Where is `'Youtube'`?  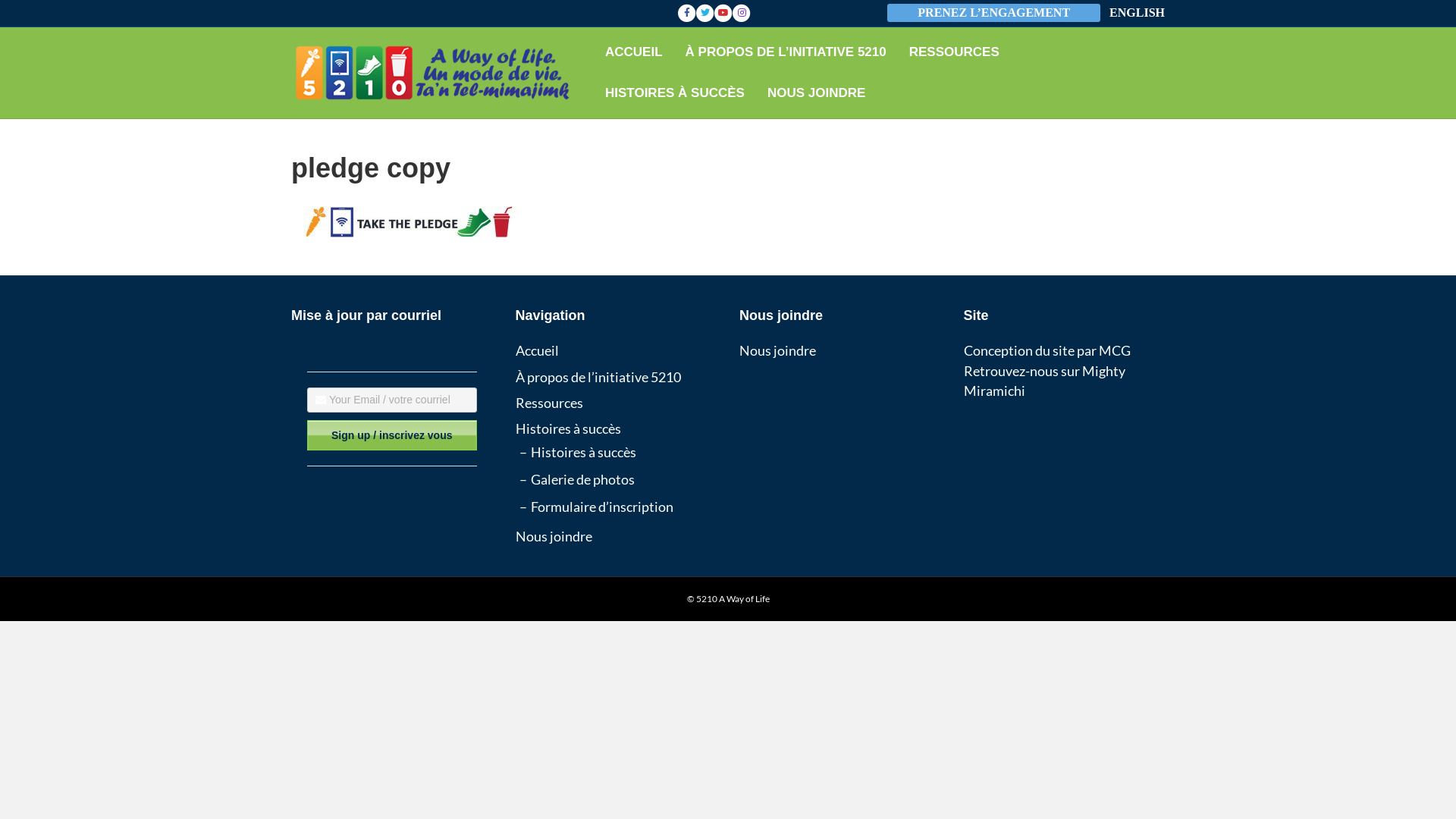
'Youtube' is located at coordinates (713, 12).